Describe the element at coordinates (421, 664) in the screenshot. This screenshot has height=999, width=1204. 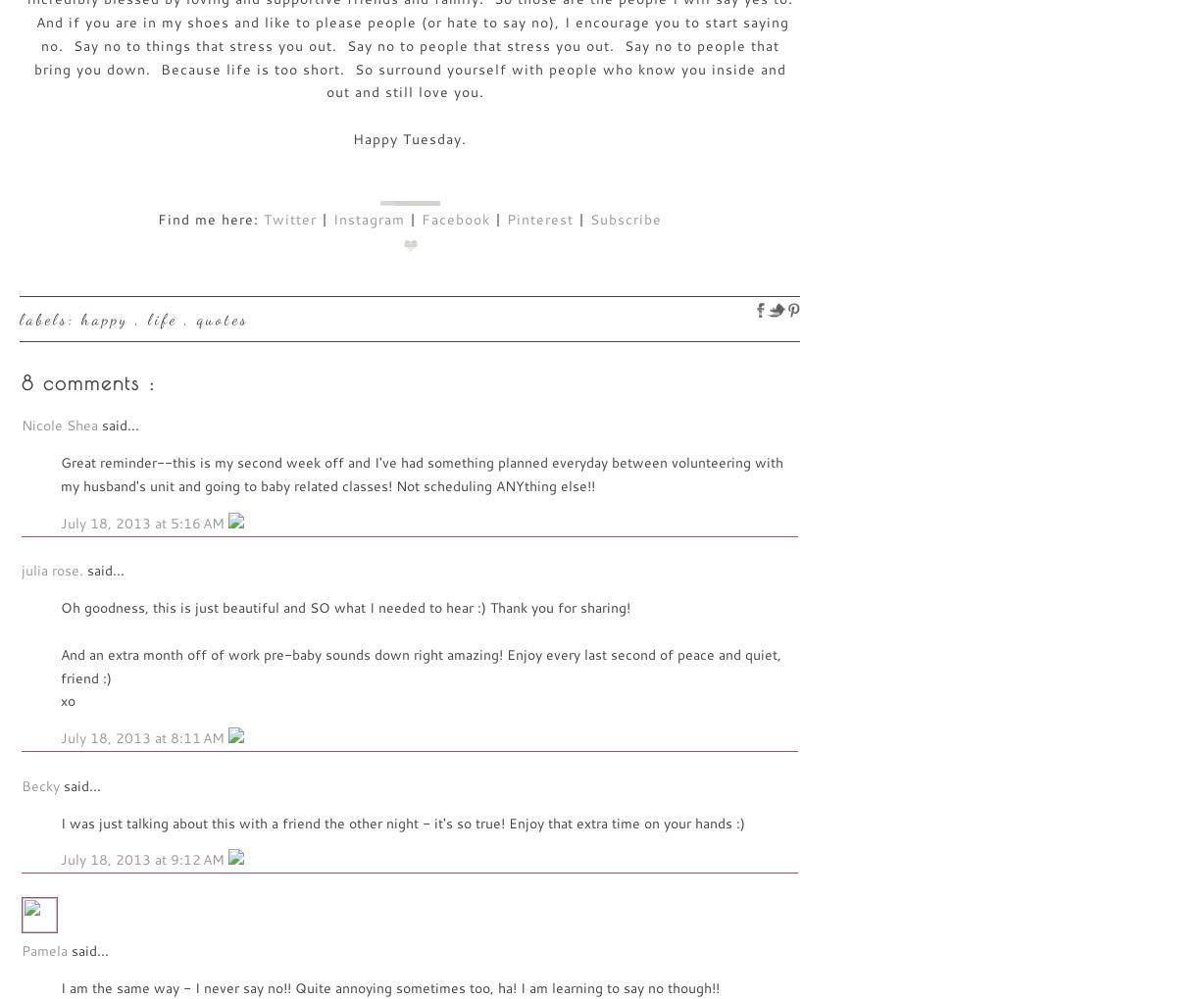
I see `'And an extra month off of work pre-baby sounds down right amazing! Enjoy every last second of peace and quiet, friend :)'` at that location.